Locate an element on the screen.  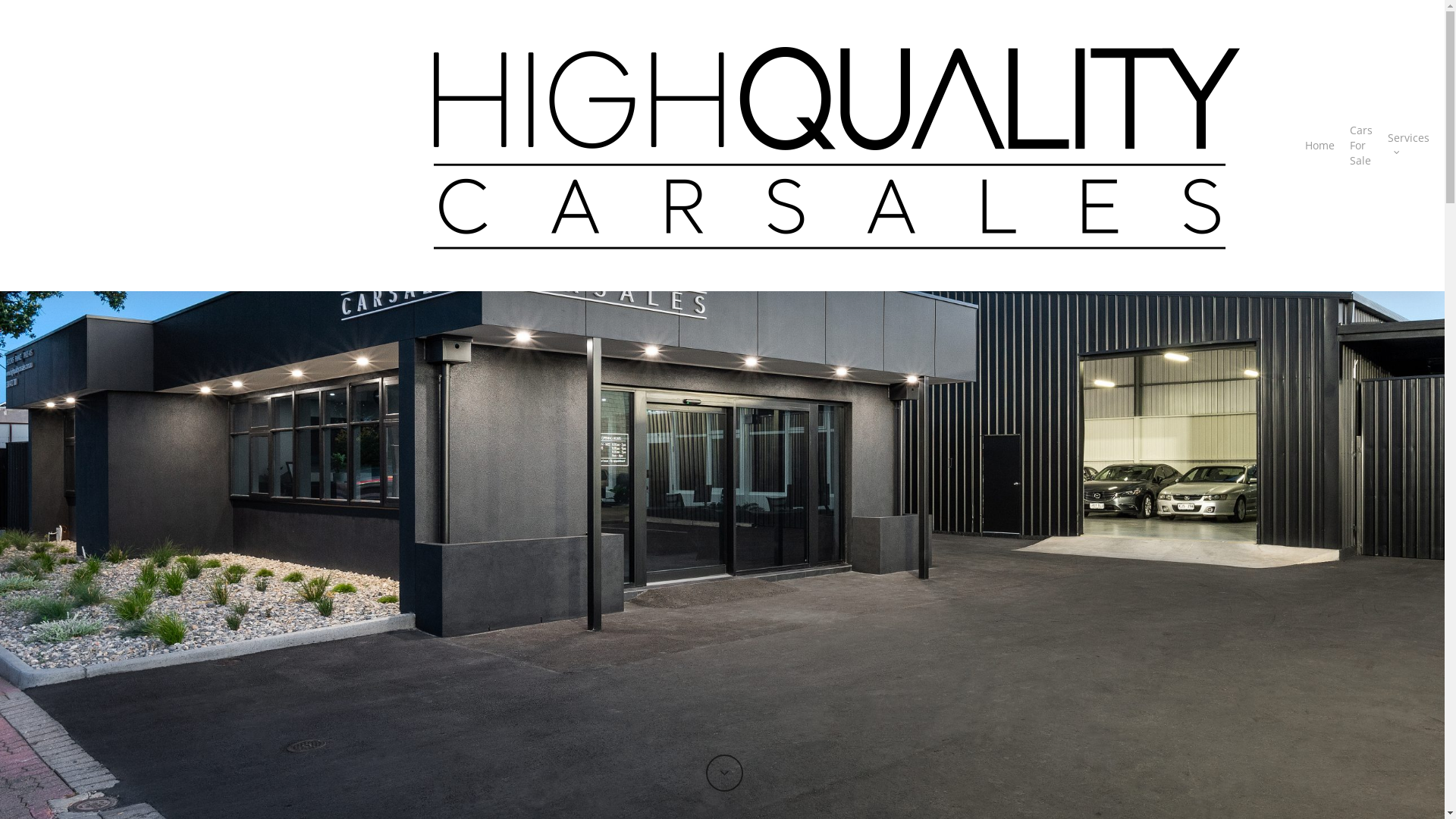
'Services' is located at coordinates (1407, 146).